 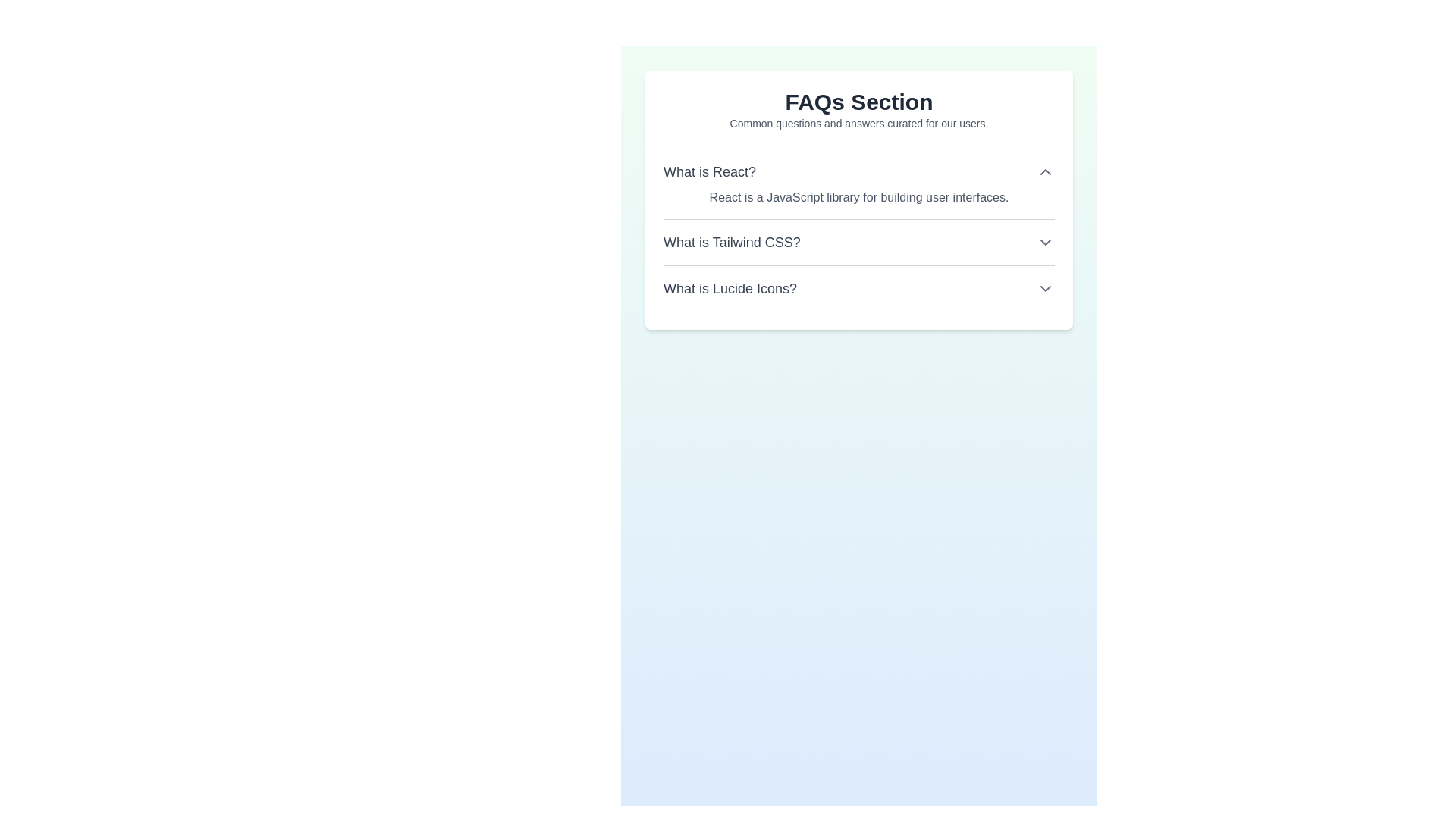 I want to click on the question titled 'What is Tailwind CSS?' in the FAQ section, so click(x=858, y=241).